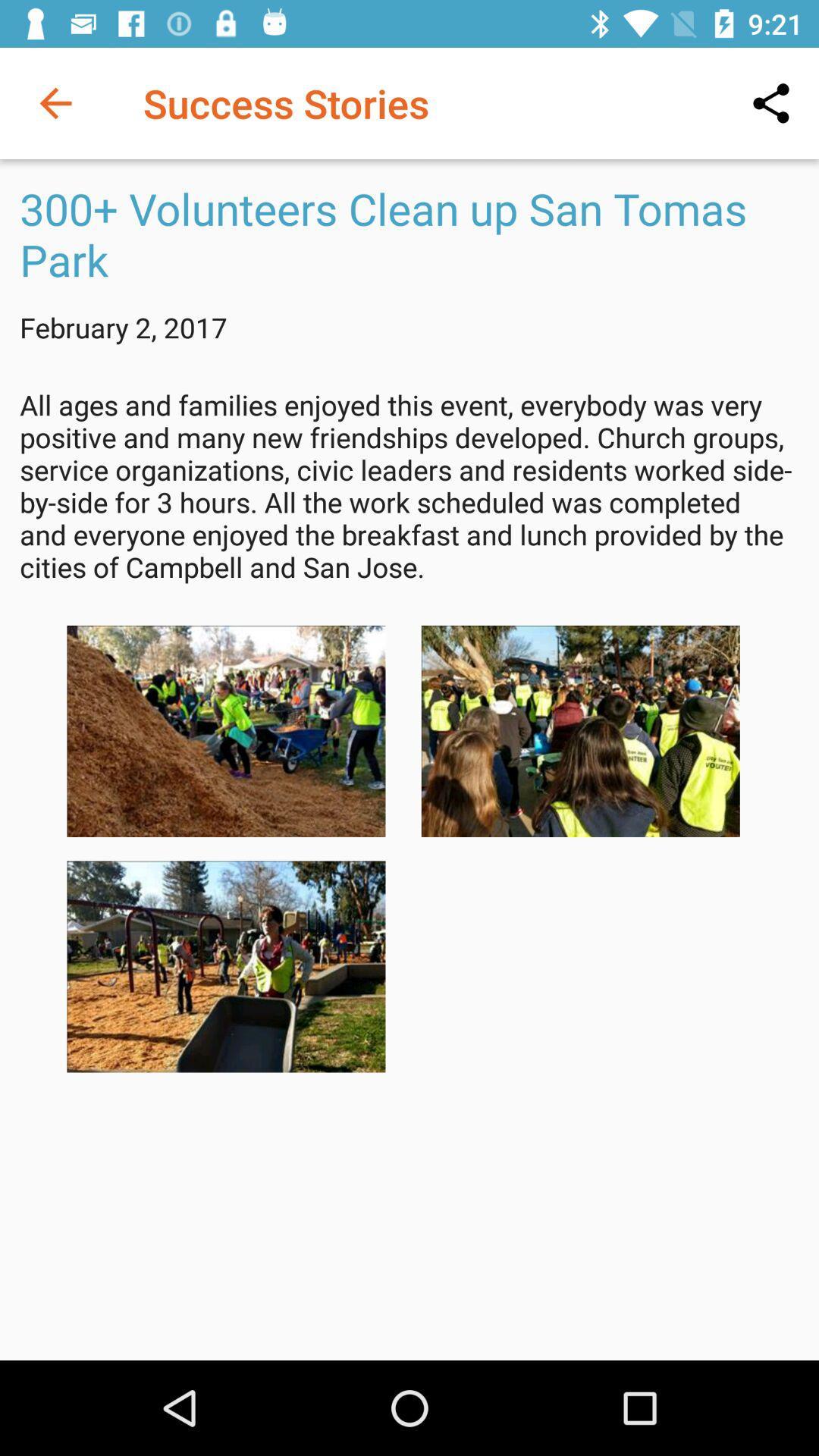 This screenshot has height=1456, width=819. Describe the element at coordinates (226, 966) in the screenshot. I see `choose photo` at that location.